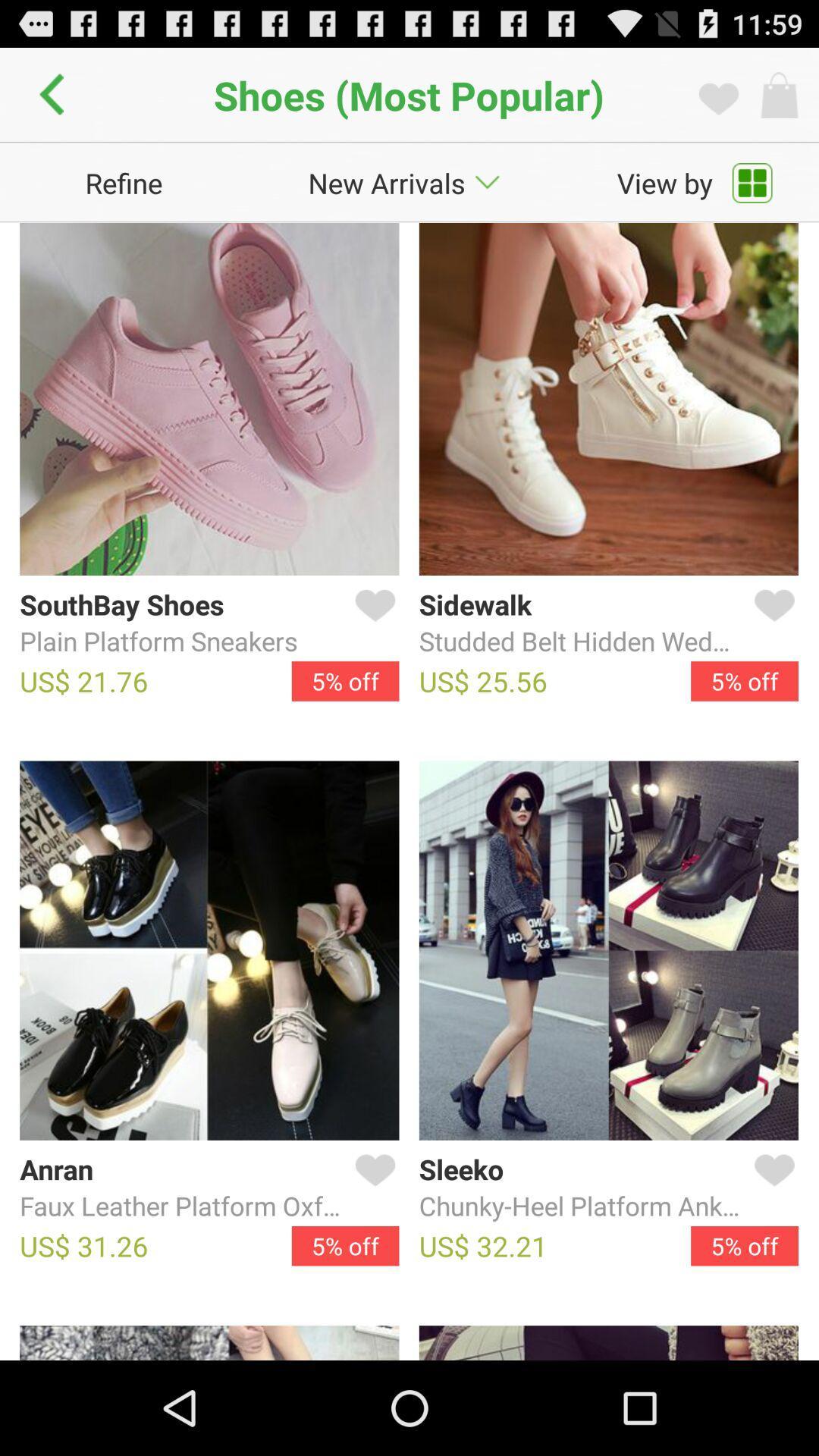 Image resolution: width=819 pixels, height=1456 pixels. Describe the element at coordinates (372, 1187) in the screenshot. I see `the heart symbol to the right of anran text` at that location.